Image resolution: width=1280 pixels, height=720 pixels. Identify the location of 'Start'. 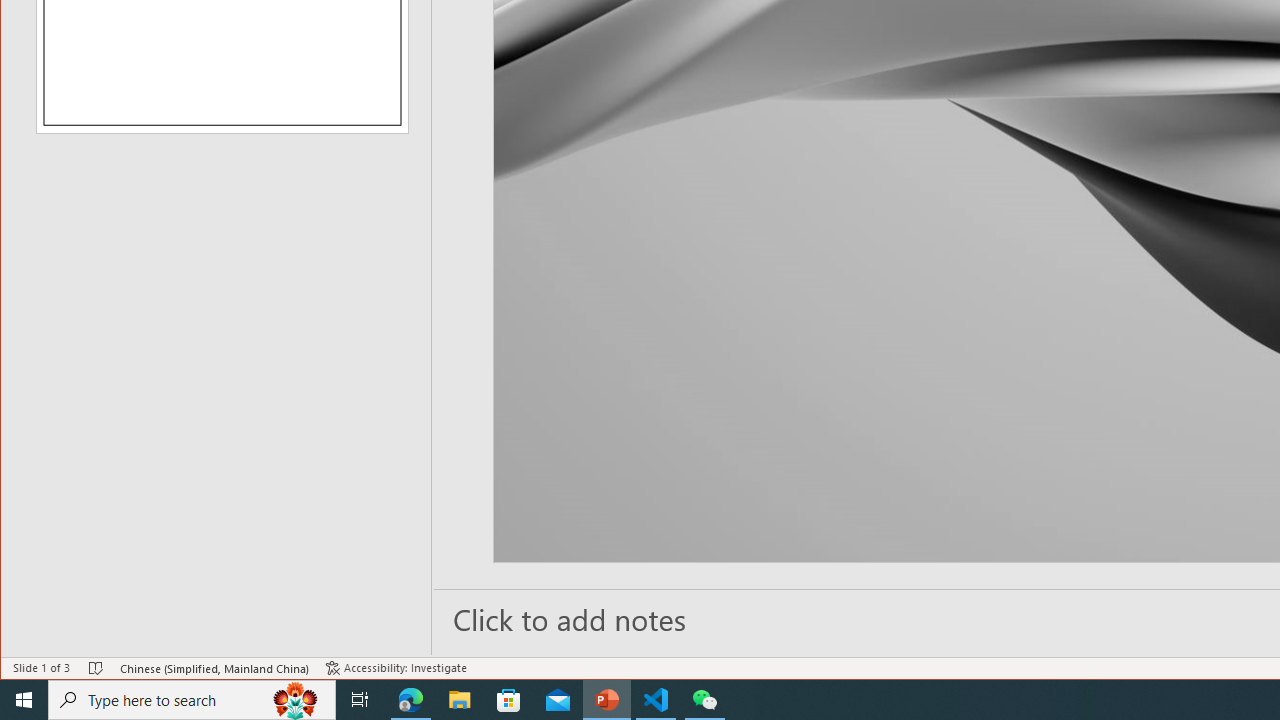
(24, 698).